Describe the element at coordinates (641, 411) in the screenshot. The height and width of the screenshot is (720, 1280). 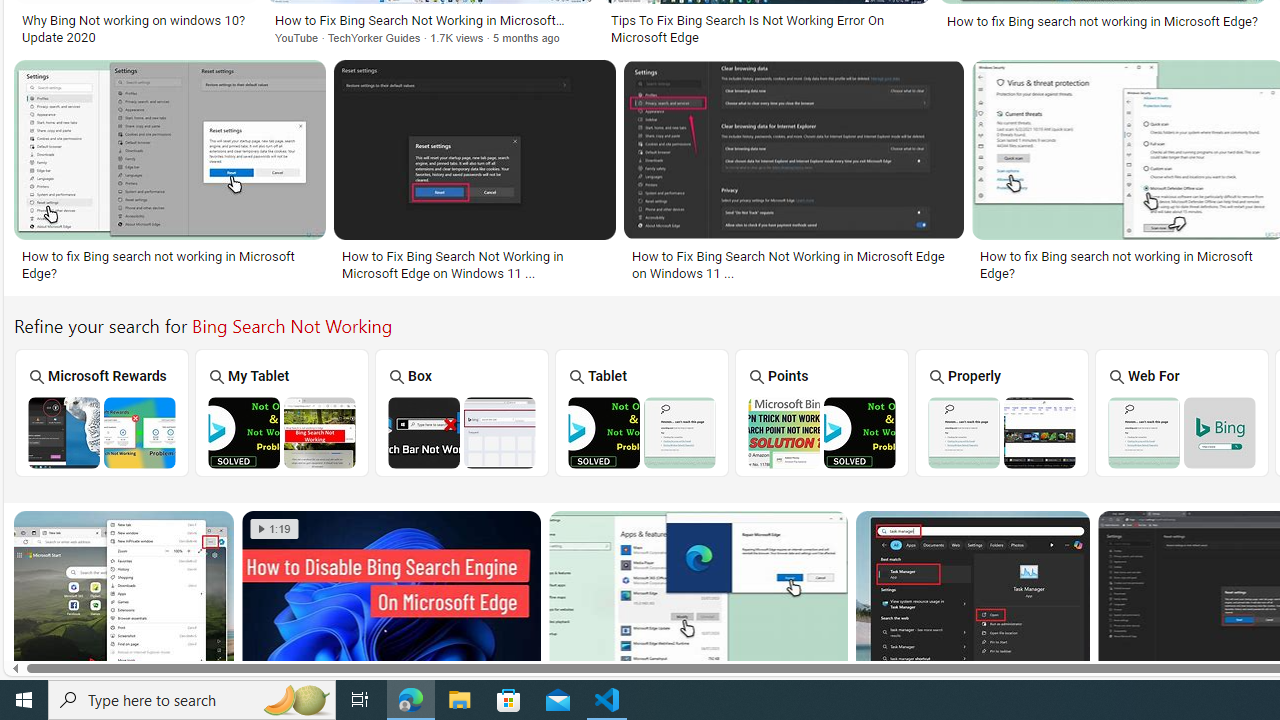
I see `'Tablet'` at that location.